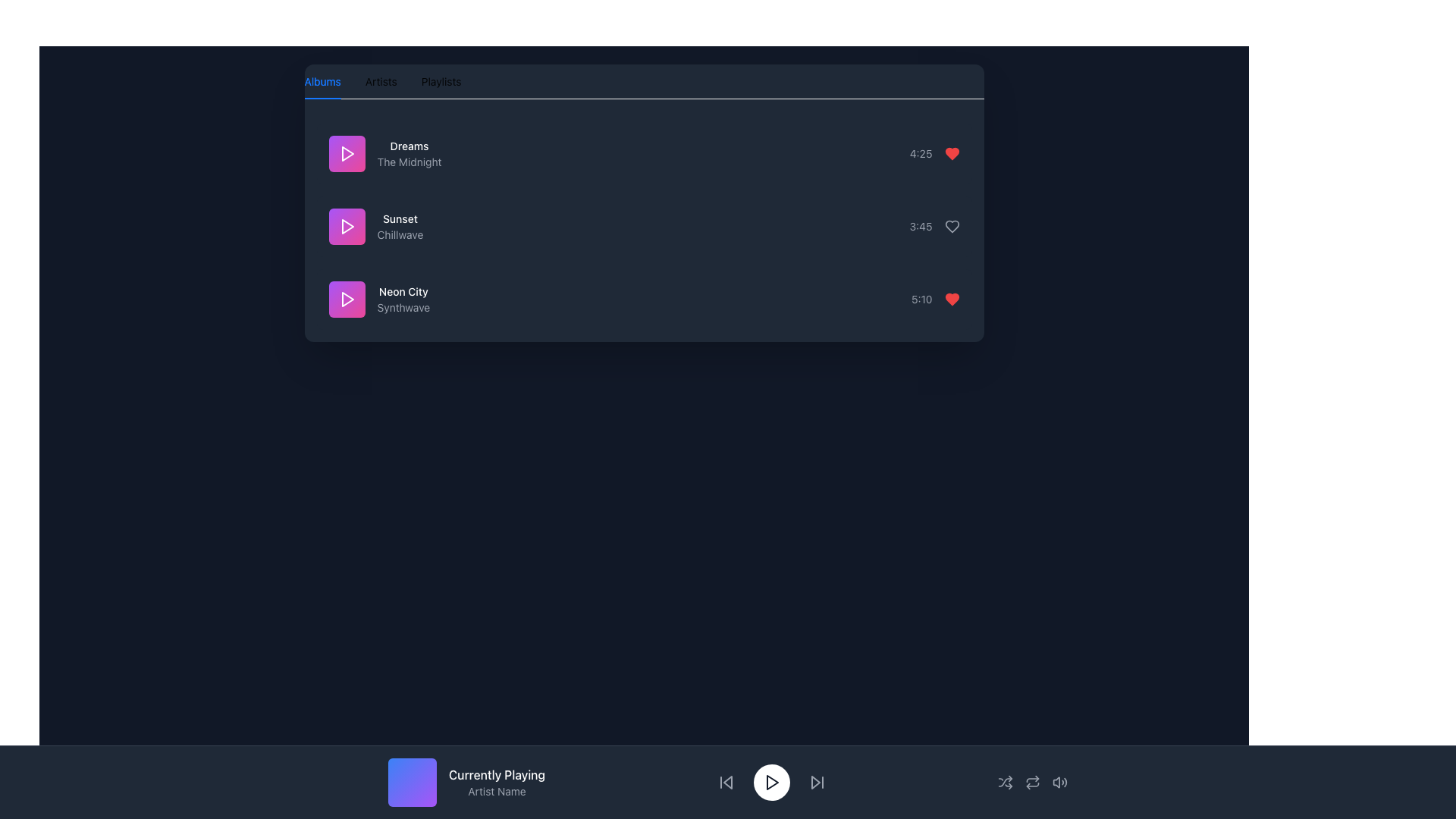  I want to click on the triangular right-facing play icon with a white color and purple to pink gradient circular background, located to the left of the song title 'Dreams' in the playlist view, so click(346, 154).